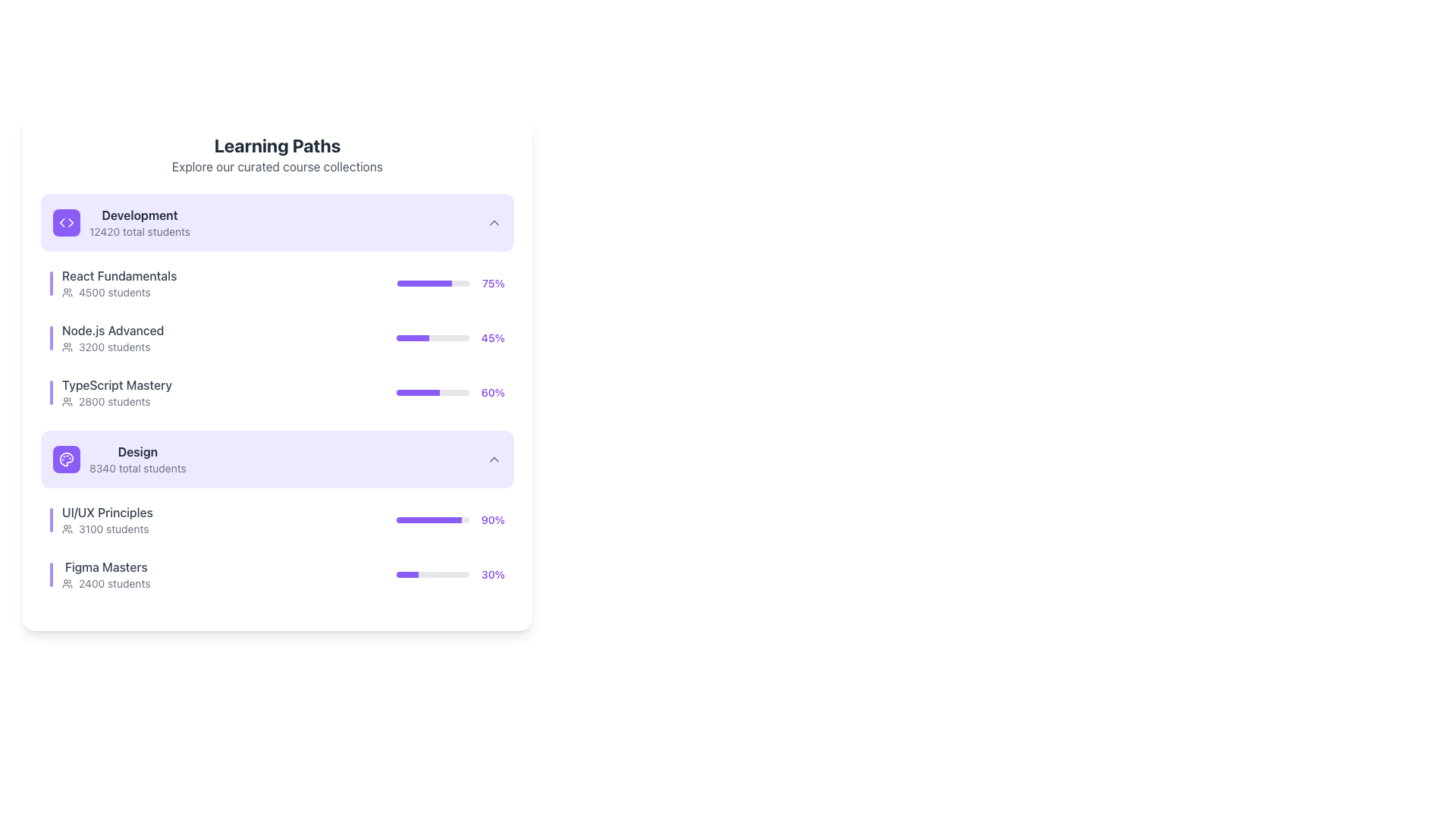 The height and width of the screenshot is (819, 1456). I want to click on the Toggle icon located in the top-right corner of the 'Development' section header, which features a downward-pointing chevron design, so click(494, 222).